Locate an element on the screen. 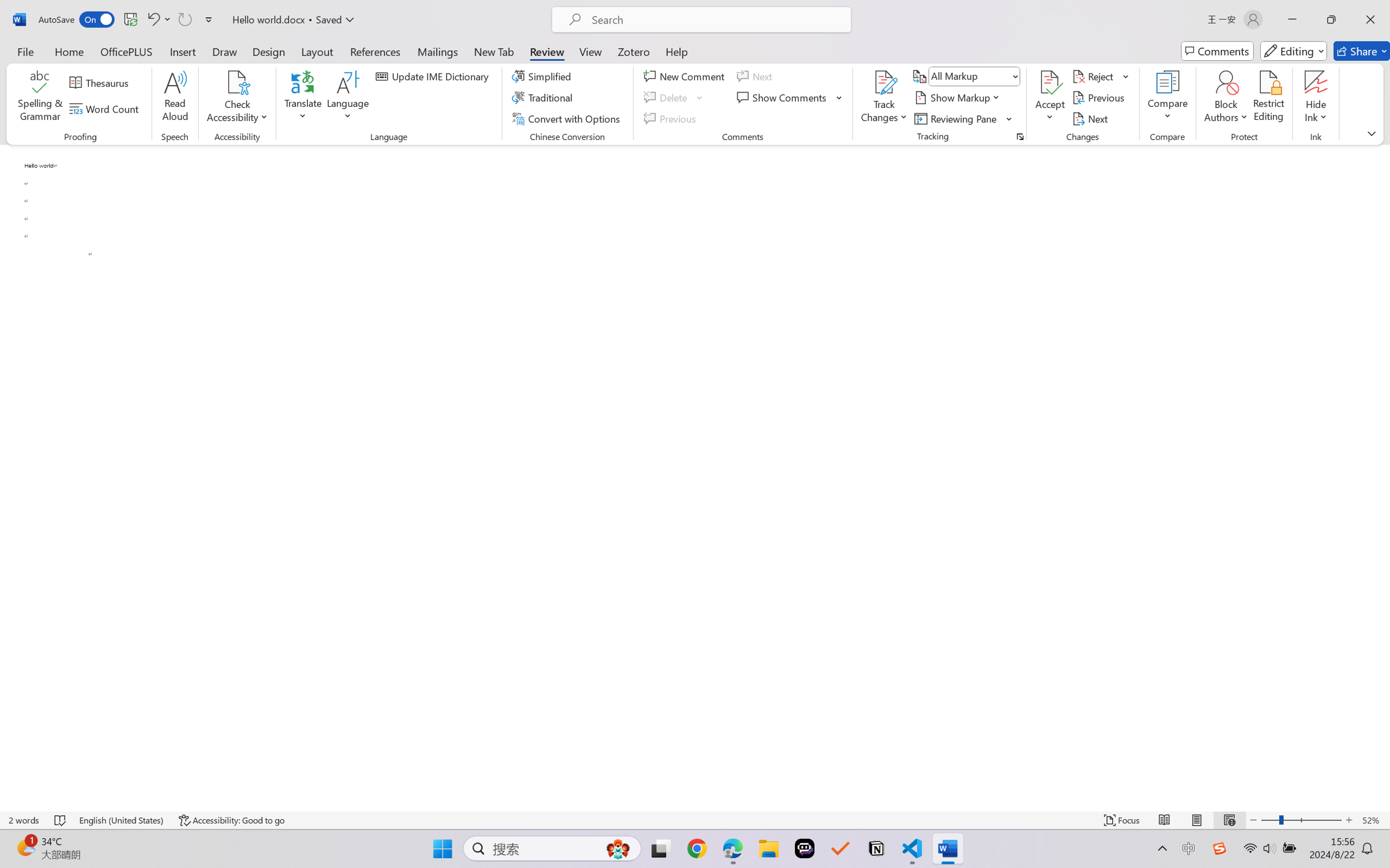 The height and width of the screenshot is (868, 1390). 'Spelling & Grammar' is located at coordinates (40, 98).